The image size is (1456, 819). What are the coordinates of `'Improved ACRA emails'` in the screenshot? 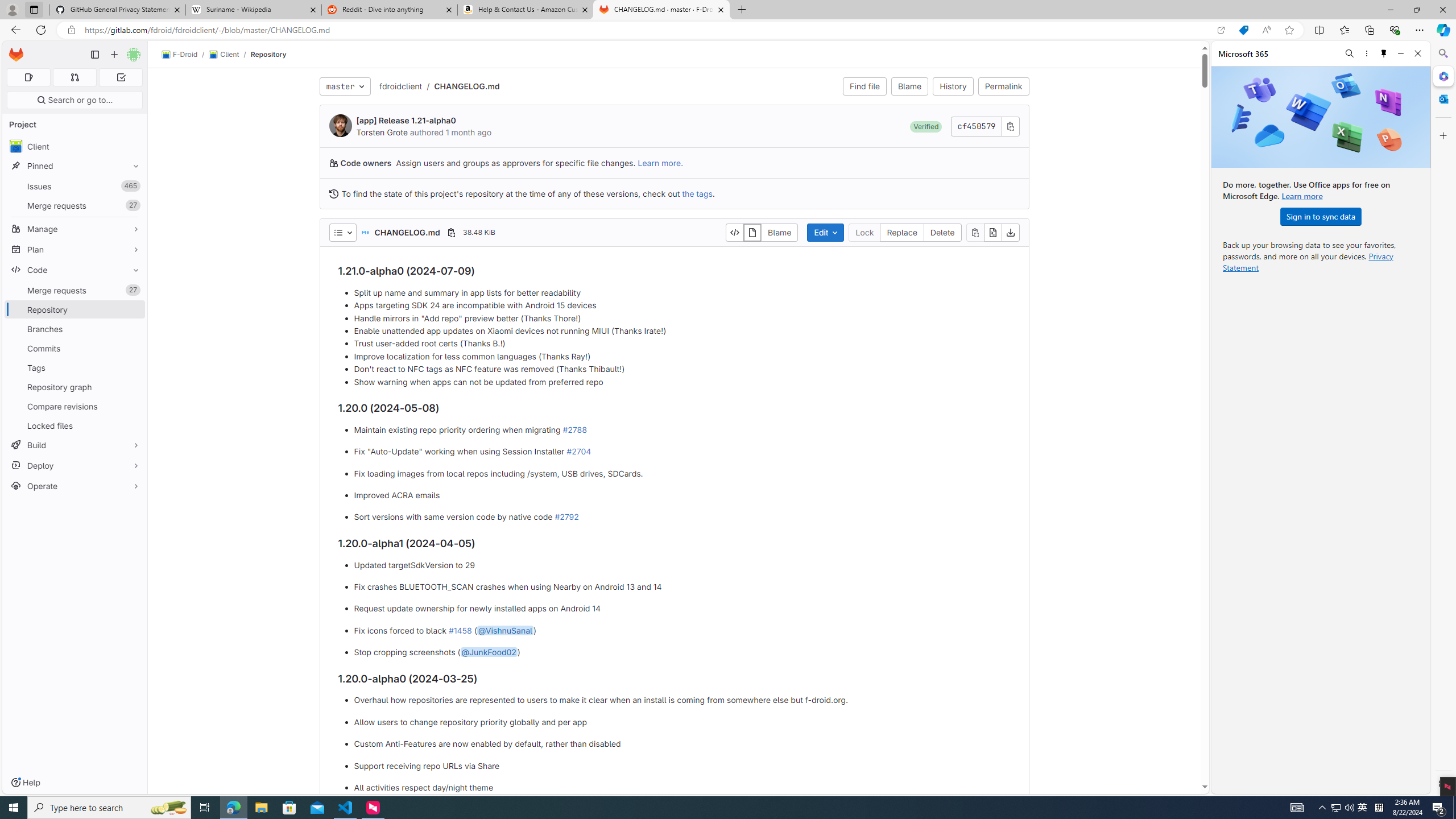 It's located at (681, 495).